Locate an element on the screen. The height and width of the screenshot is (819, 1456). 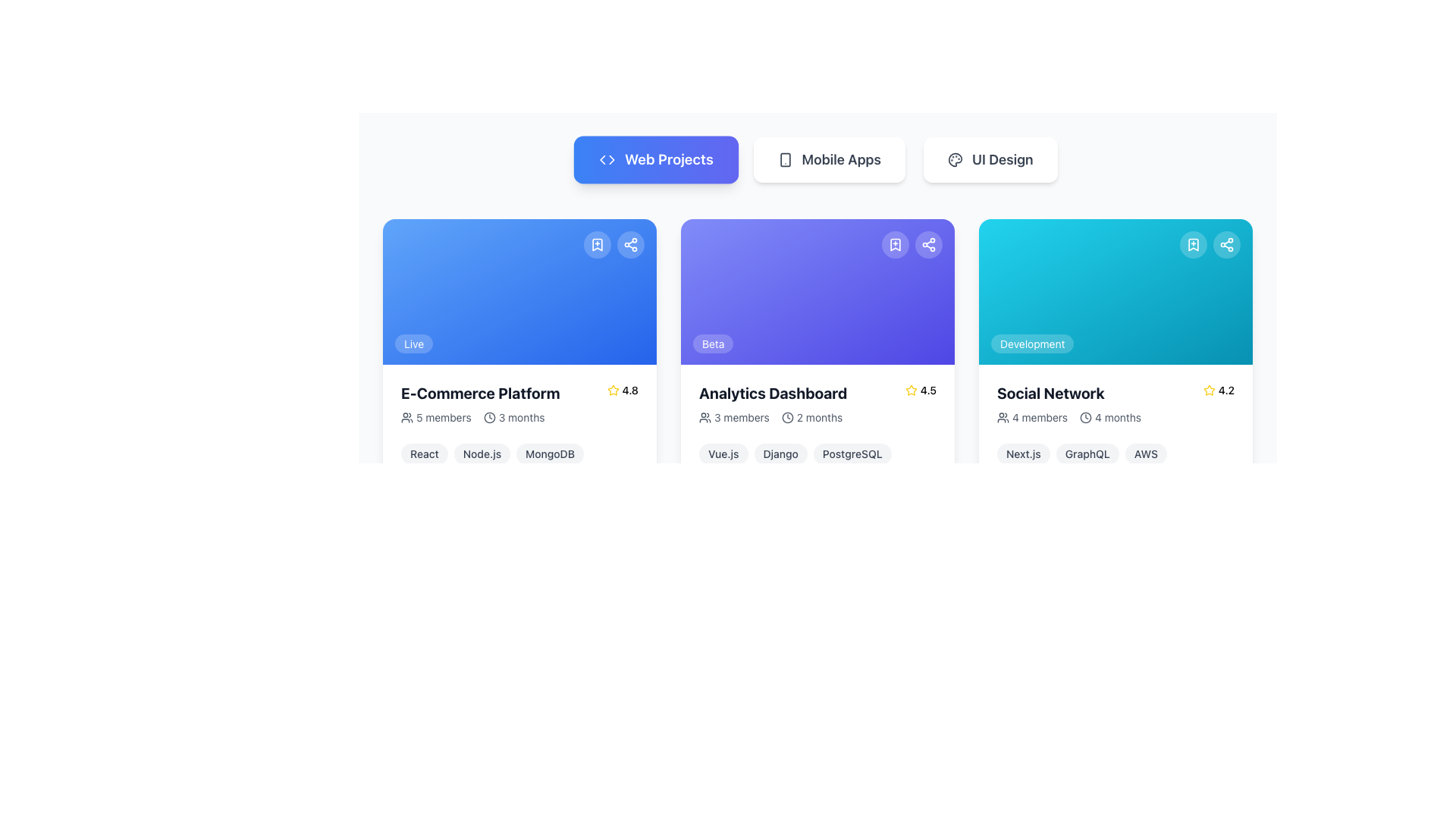
the icons located at the top-right corner of the informational card that provides project details, which is the third element in a 3-column grid layout is located at coordinates (1116, 377).